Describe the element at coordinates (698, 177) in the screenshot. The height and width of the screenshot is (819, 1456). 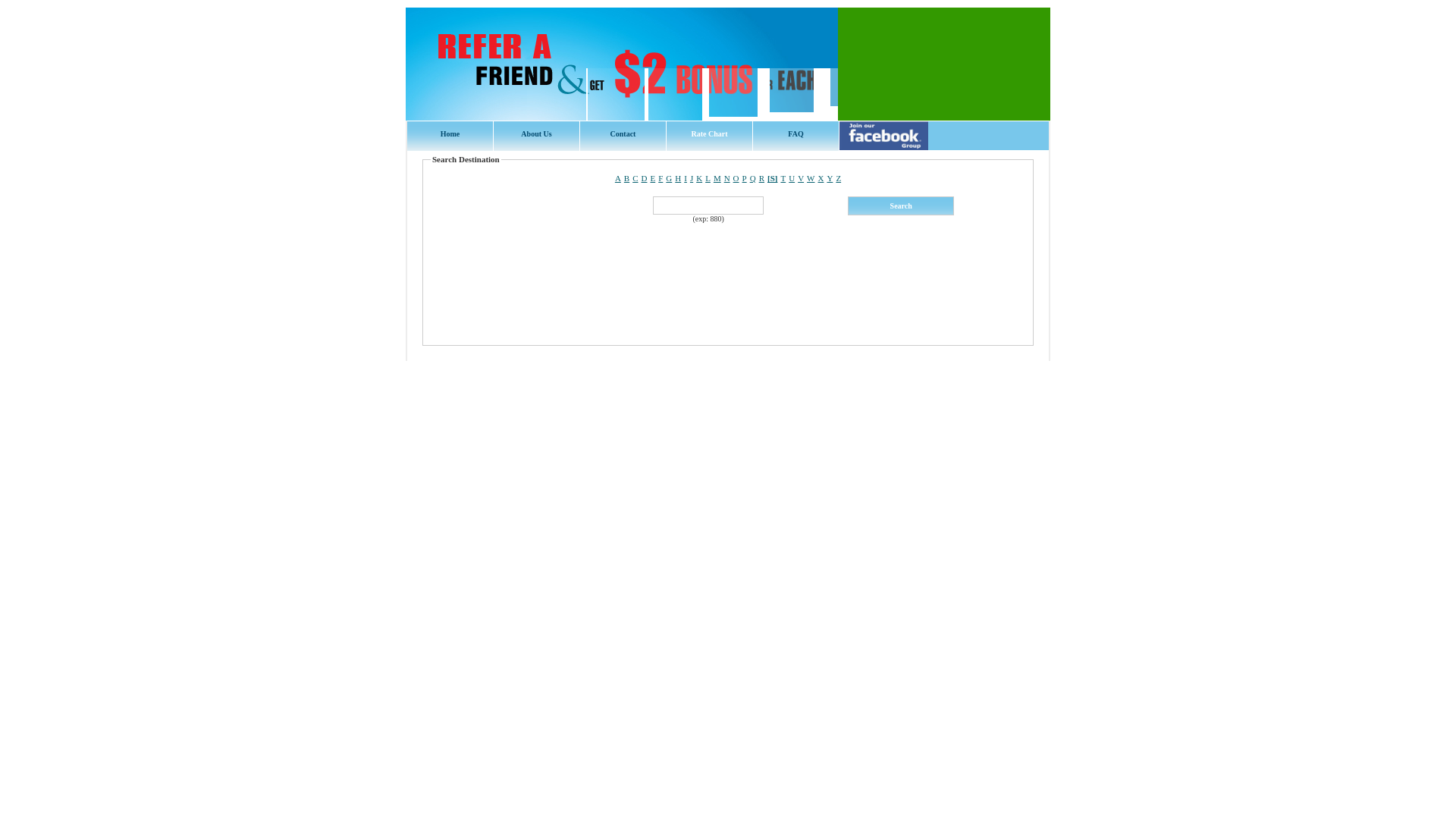
I see `'K'` at that location.